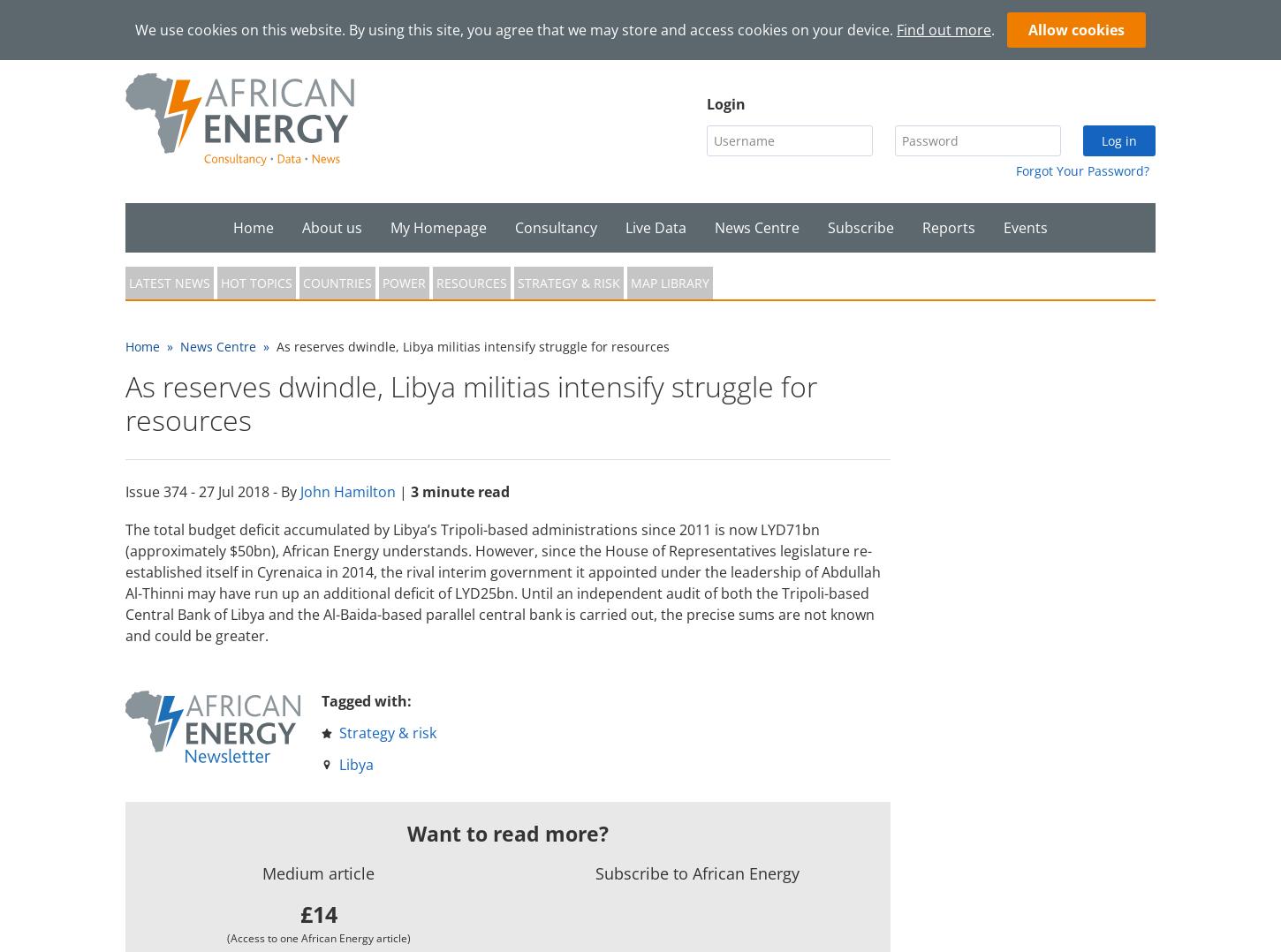 The image size is (1281, 952). Describe the element at coordinates (860, 226) in the screenshot. I see `'Subscribe'` at that location.